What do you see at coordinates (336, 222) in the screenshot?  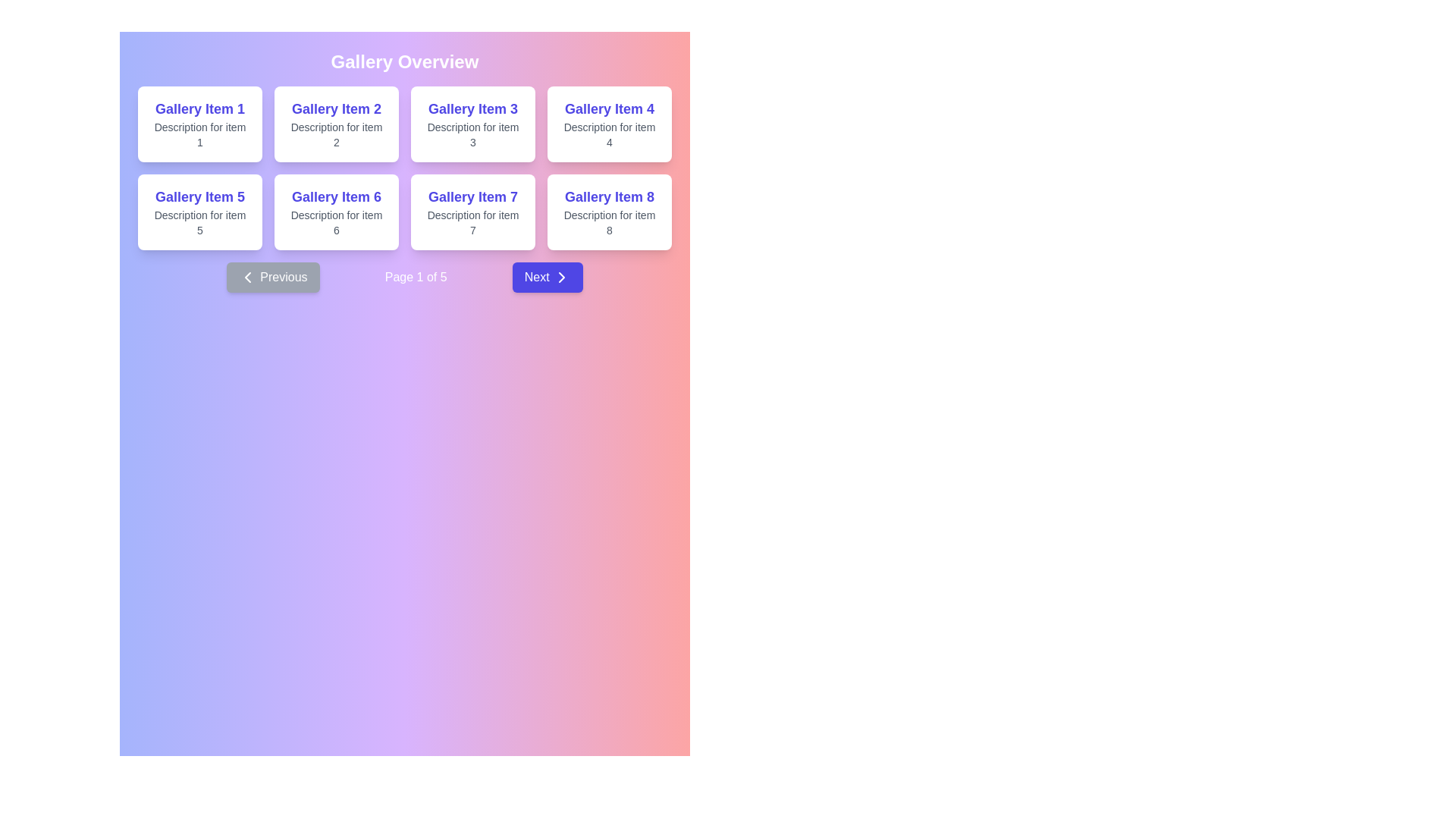 I see `the descriptive text element located in the lower section of the white rectangular card labeled 'Gallery Item 6' to enhance accessibility` at bounding box center [336, 222].